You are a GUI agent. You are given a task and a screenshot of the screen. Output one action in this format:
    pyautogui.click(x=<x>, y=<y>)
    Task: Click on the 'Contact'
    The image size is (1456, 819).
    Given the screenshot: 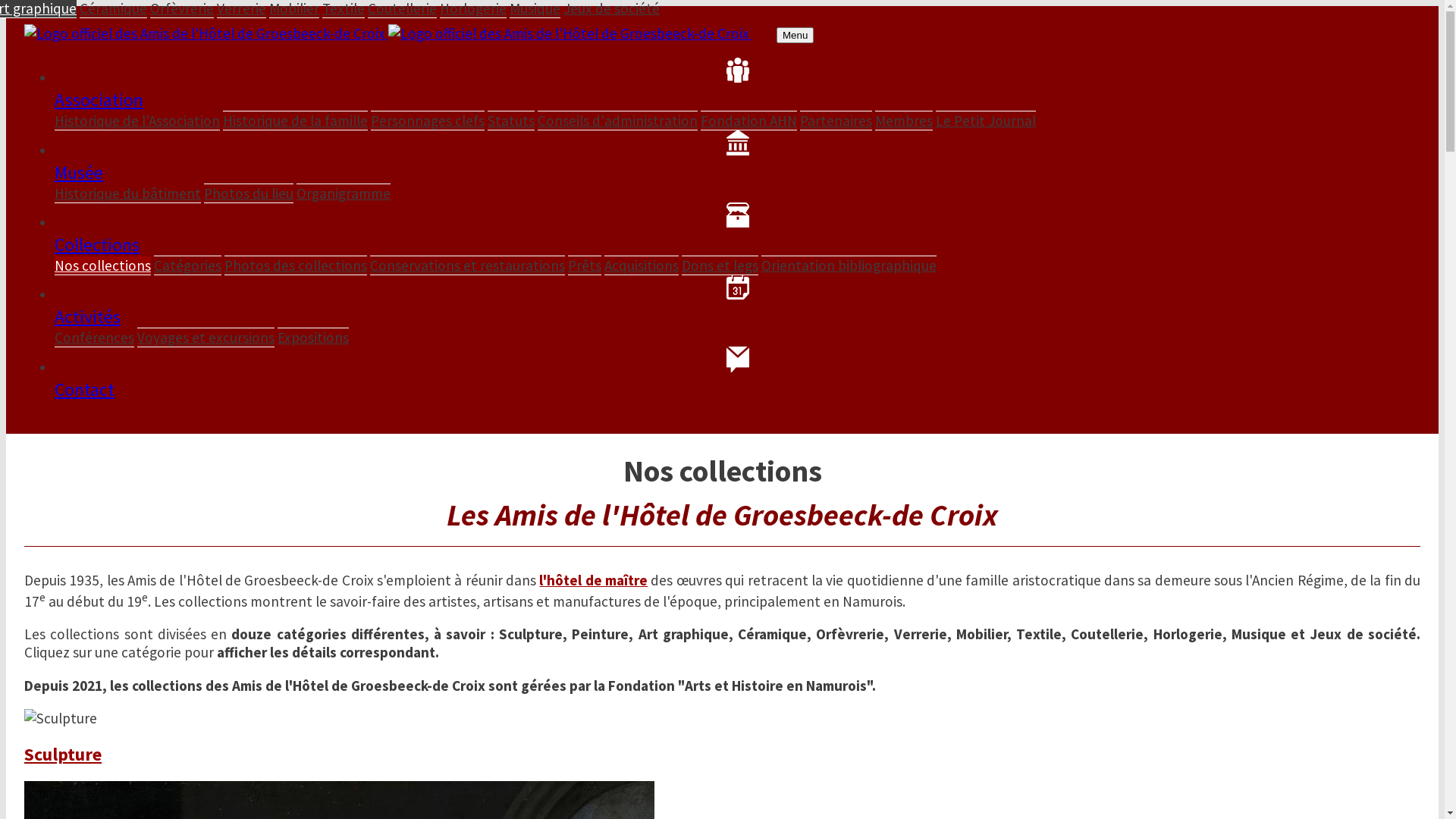 What is the action you would take?
    pyautogui.click(x=55, y=373)
    